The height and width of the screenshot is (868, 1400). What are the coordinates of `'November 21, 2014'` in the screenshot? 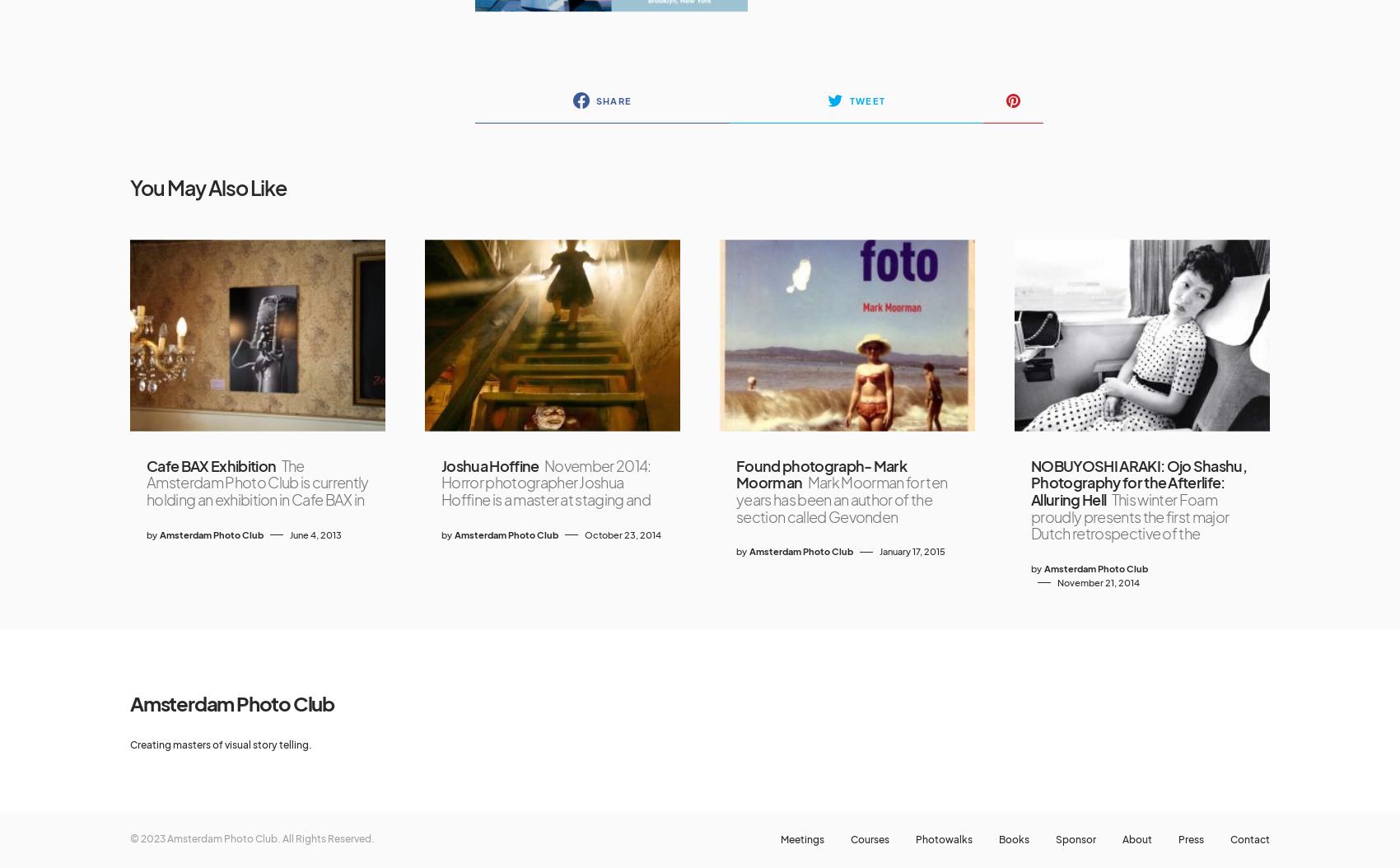 It's located at (1057, 581).